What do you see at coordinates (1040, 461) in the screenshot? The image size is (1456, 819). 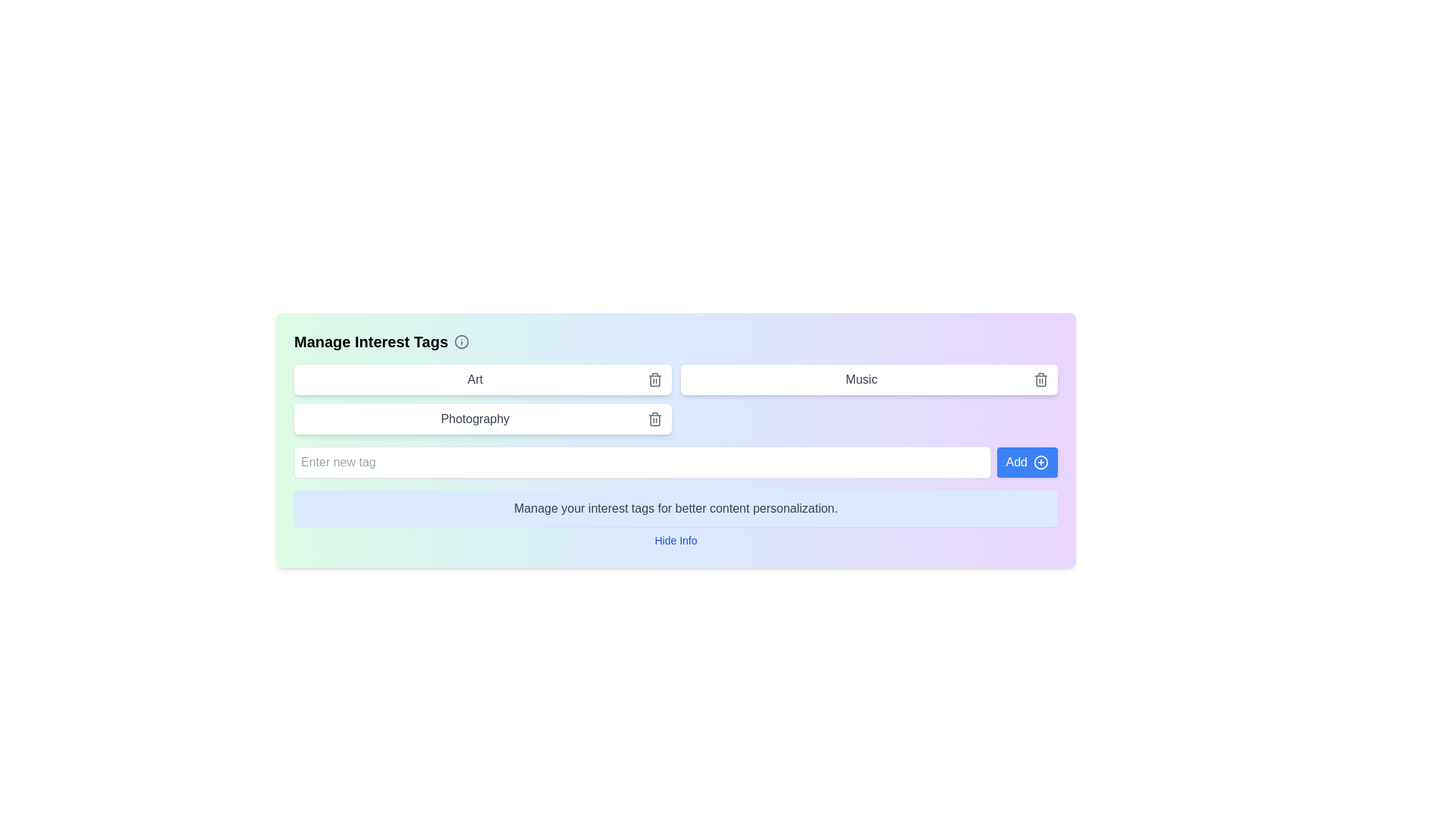 I see `the 'Add' icon embedded in the button located on the right-hand side of the 'Enter new tag' input field` at bounding box center [1040, 461].